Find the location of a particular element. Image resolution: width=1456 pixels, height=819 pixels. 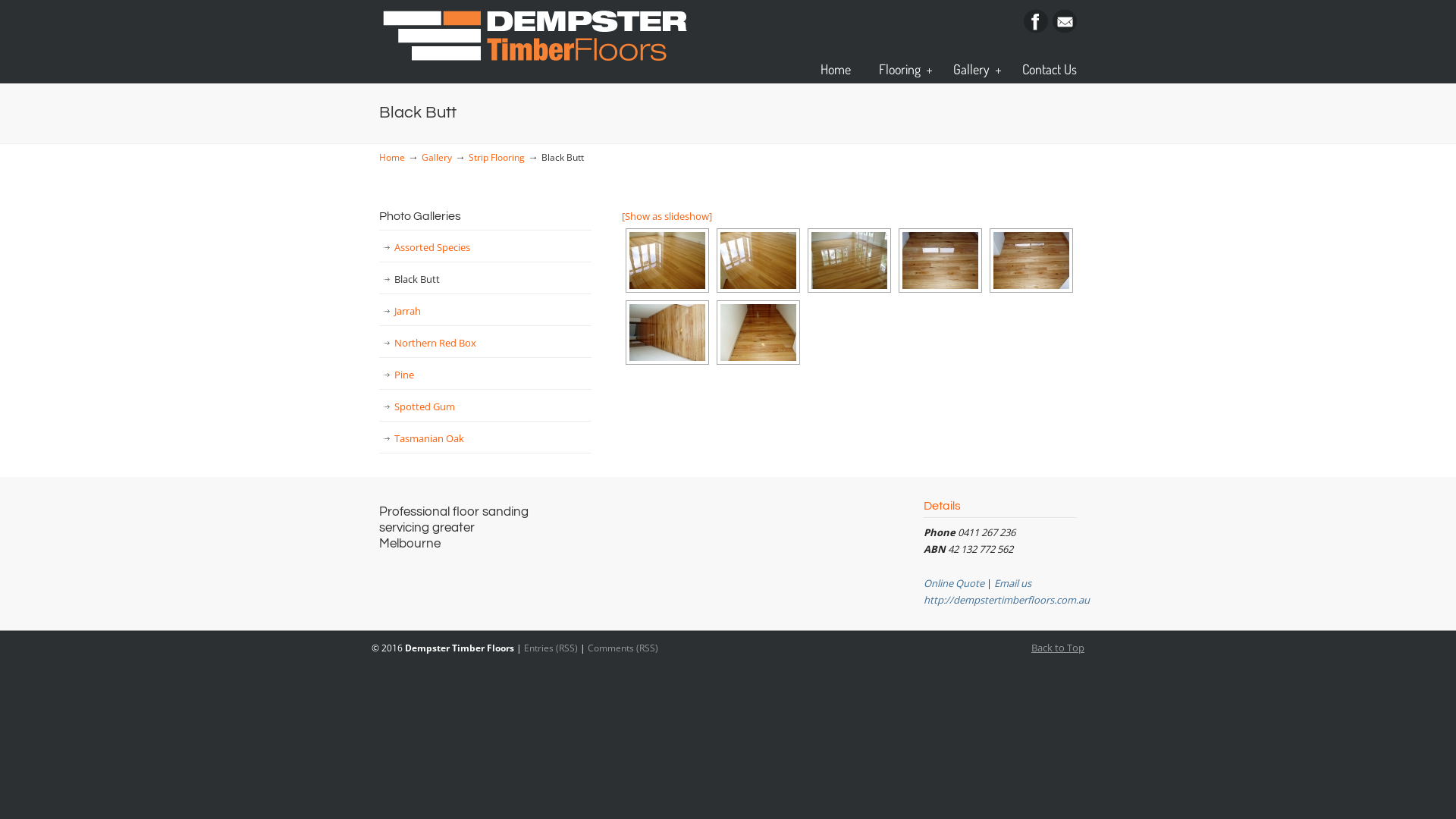

'Assorted Species' is located at coordinates (484, 246).